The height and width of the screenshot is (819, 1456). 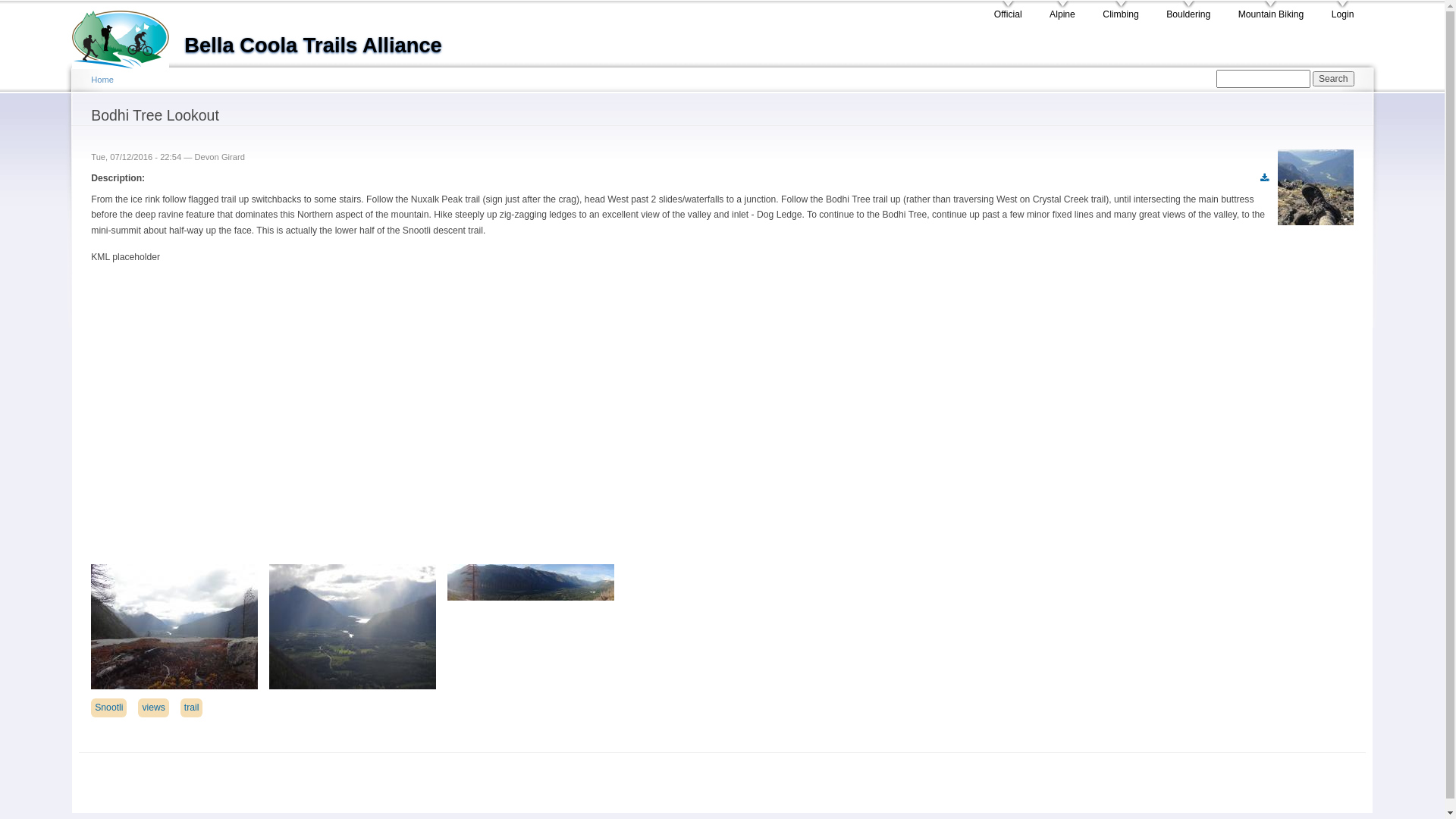 I want to click on 'Bouldering', so click(x=1187, y=11).